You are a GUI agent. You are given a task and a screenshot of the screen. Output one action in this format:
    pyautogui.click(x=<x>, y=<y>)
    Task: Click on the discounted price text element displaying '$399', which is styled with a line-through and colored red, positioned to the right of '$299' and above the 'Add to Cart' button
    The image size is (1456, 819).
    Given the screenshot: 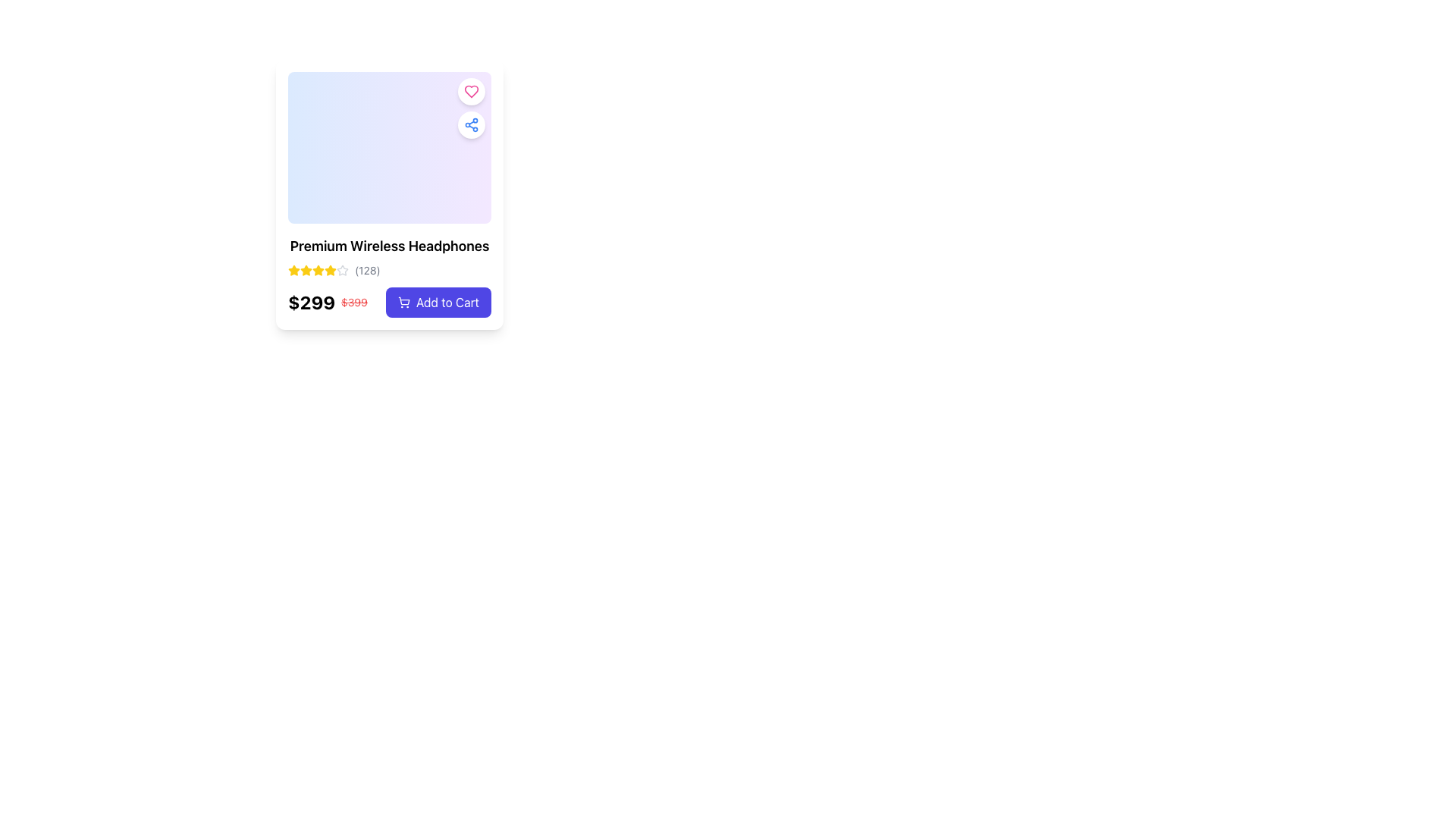 What is the action you would take?
    pyautogui.click(x=353, y=302)
    